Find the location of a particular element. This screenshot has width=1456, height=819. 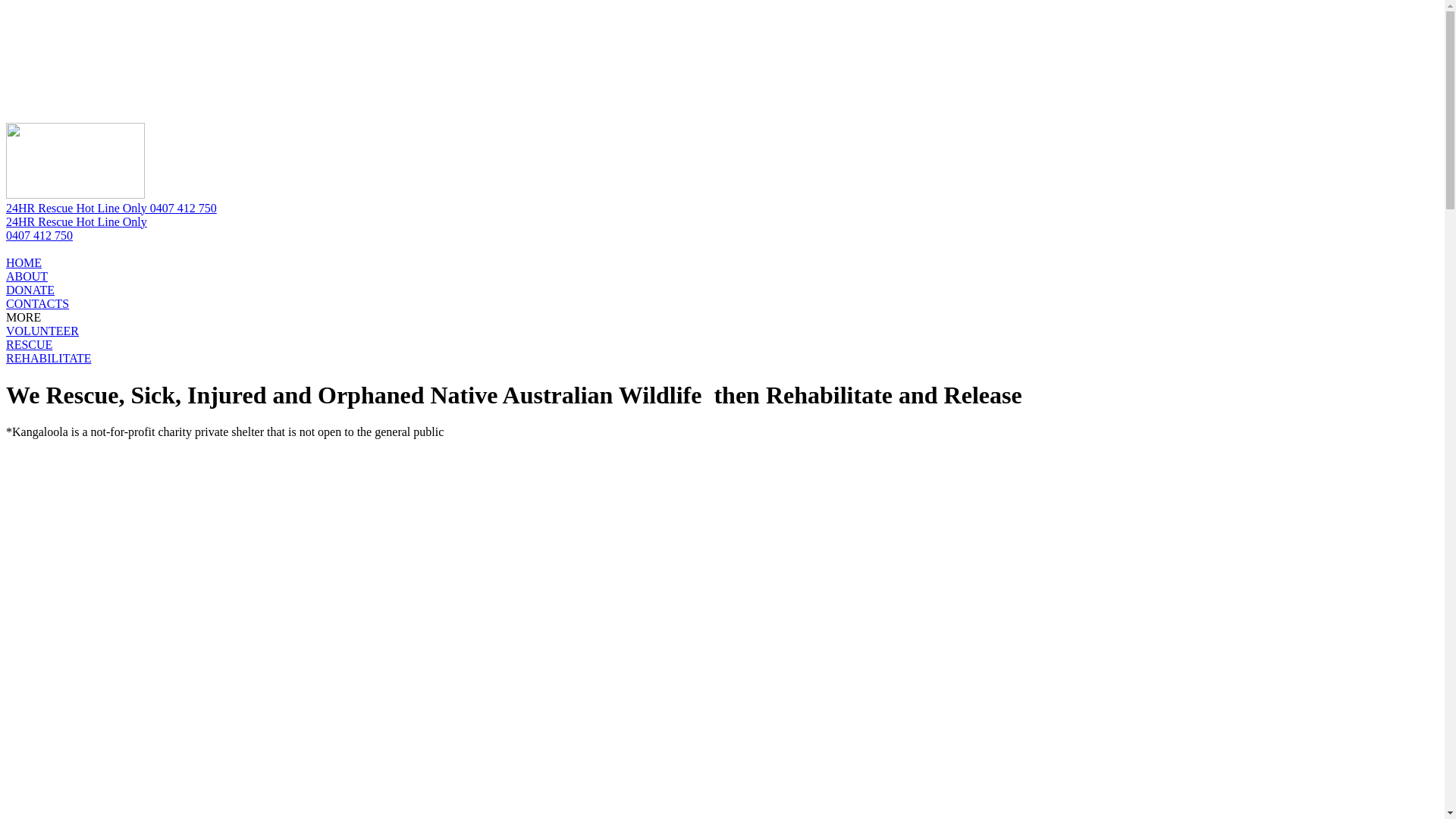

'REHABILITATE' is located at coordinates (6, 358).